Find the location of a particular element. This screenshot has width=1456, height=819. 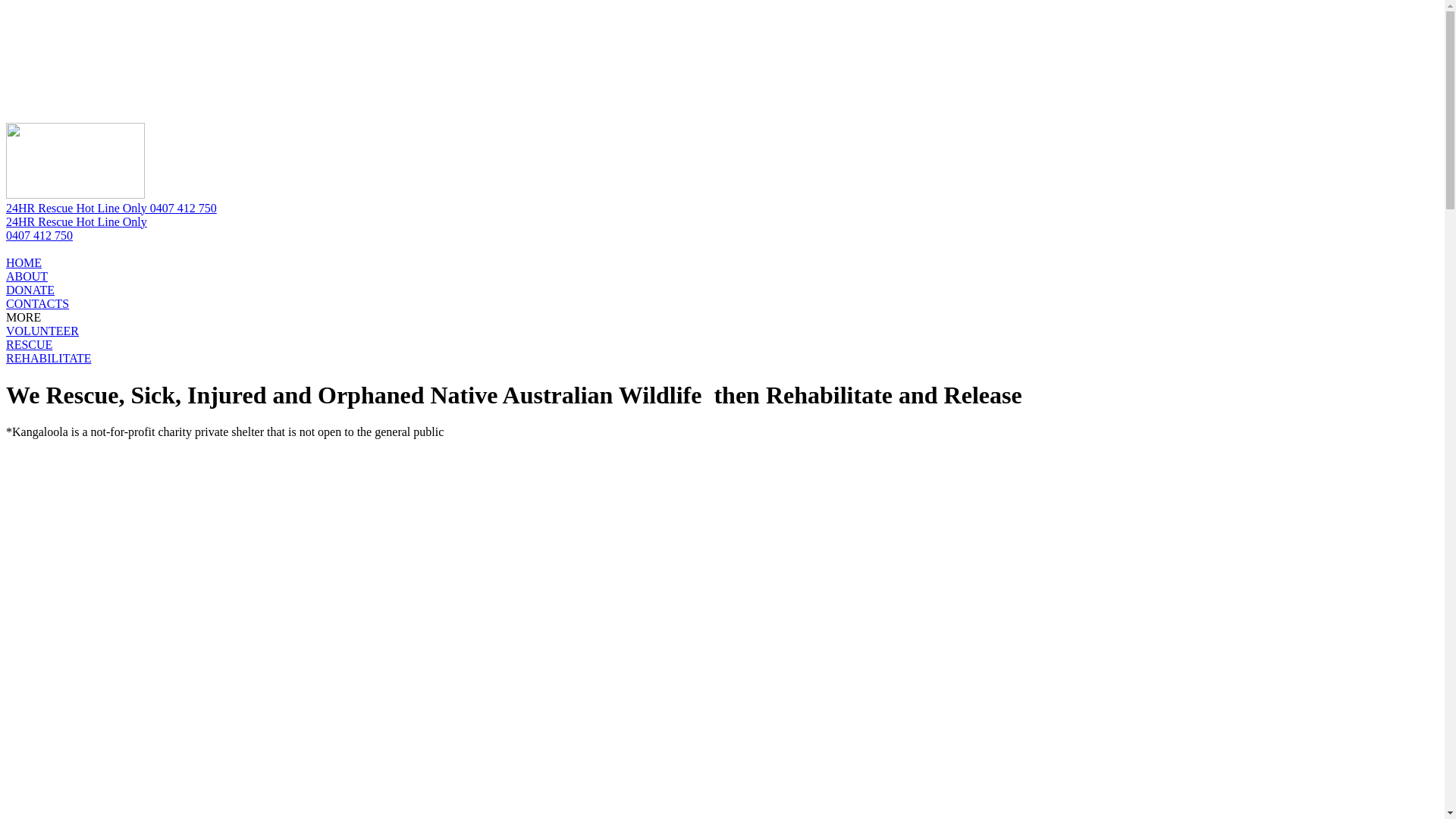

'REHABILITATE' is located at coordinates (6, 358).